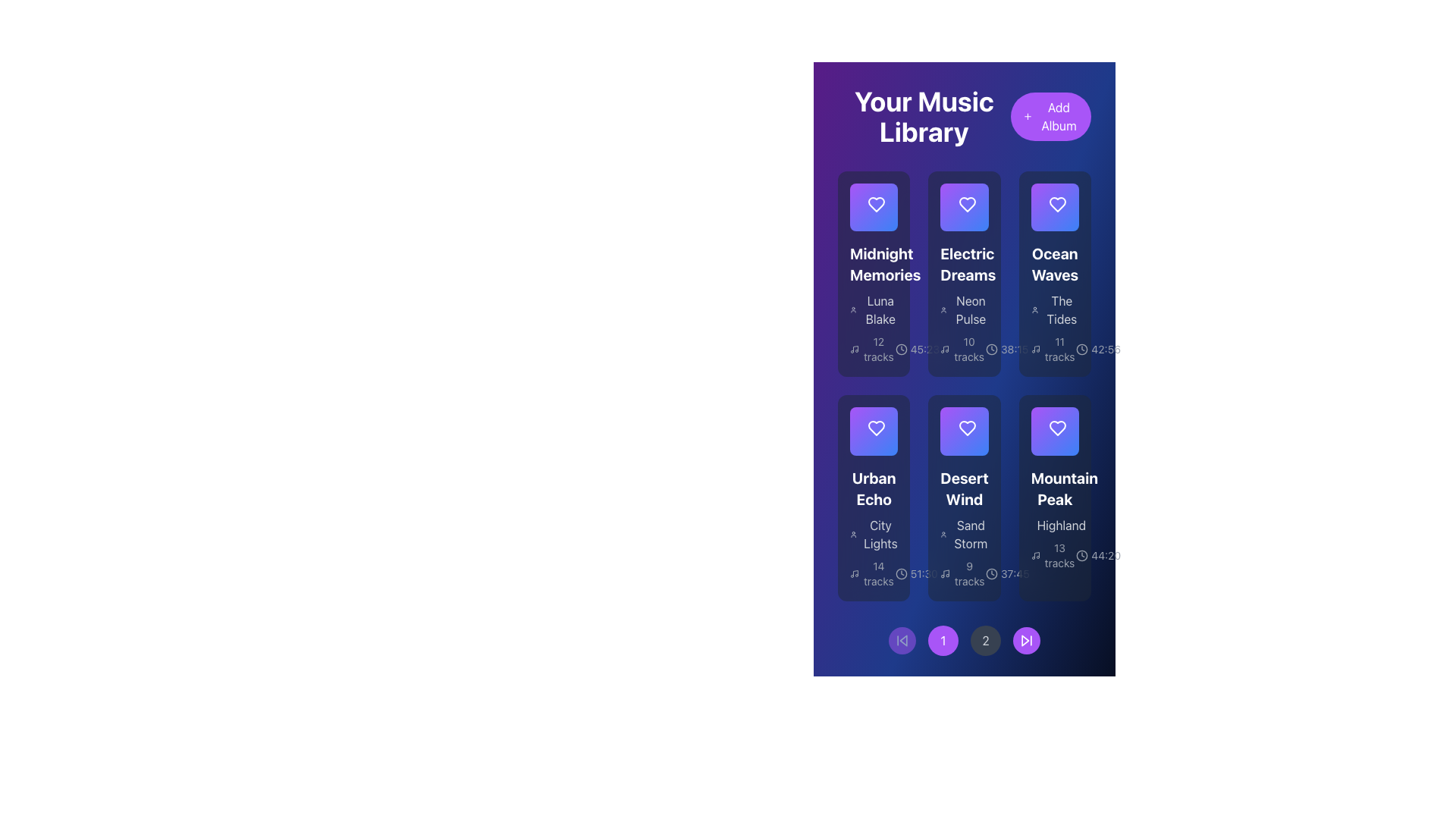  Describe the element at coordinates (964, 431) in the screenshot. I see `the triangular play icon with a purple stroke inside the circular button labeled 'Desert Wind'` at that location.